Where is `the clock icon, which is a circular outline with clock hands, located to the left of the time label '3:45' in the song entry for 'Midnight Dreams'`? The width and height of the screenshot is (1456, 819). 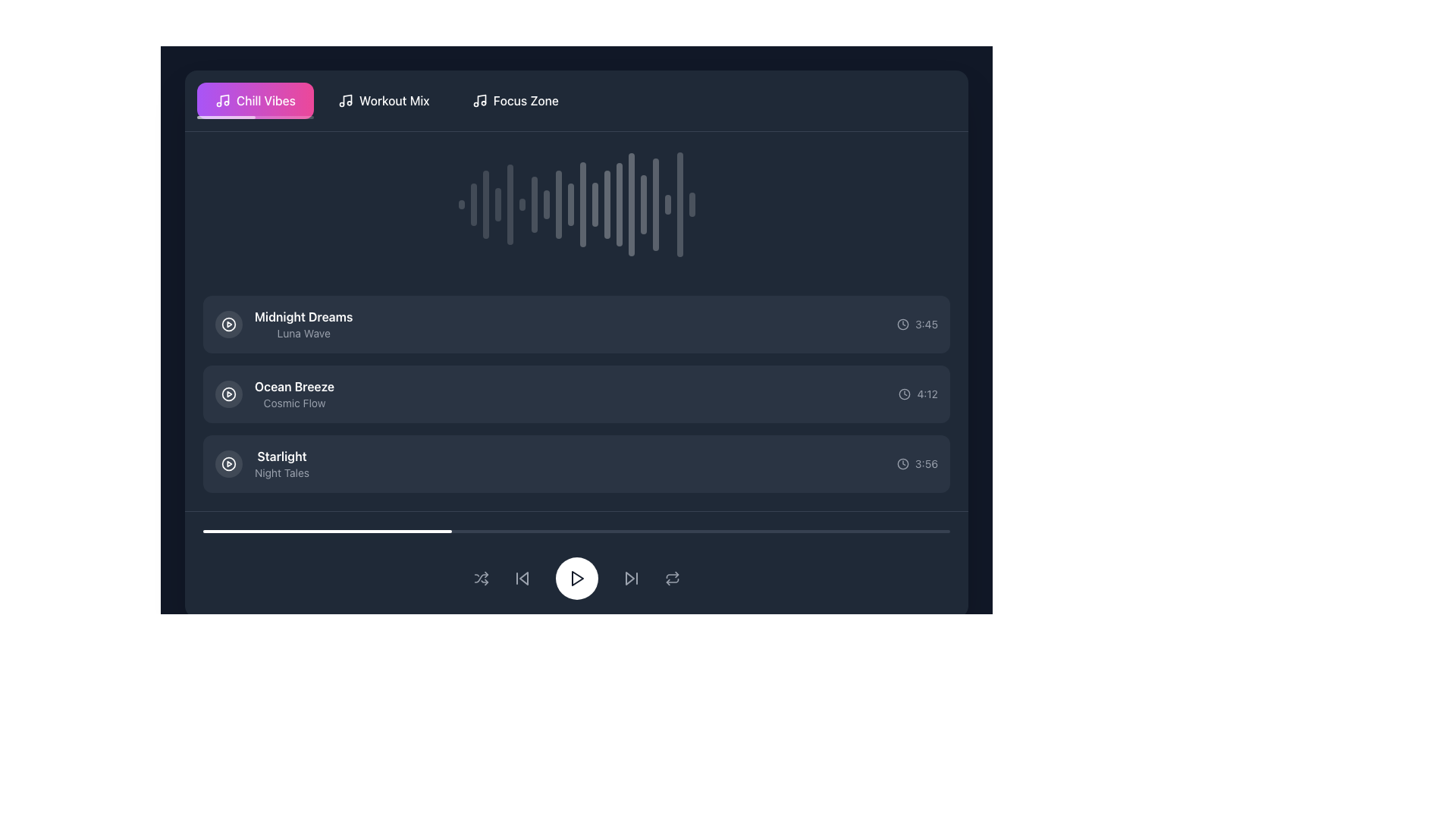
the clock icon, which is a circular outline with clock hands, located to the left of the time label '3:45' in the song entry for 'Midnight Dreams' is located at coordinates (902, 324).